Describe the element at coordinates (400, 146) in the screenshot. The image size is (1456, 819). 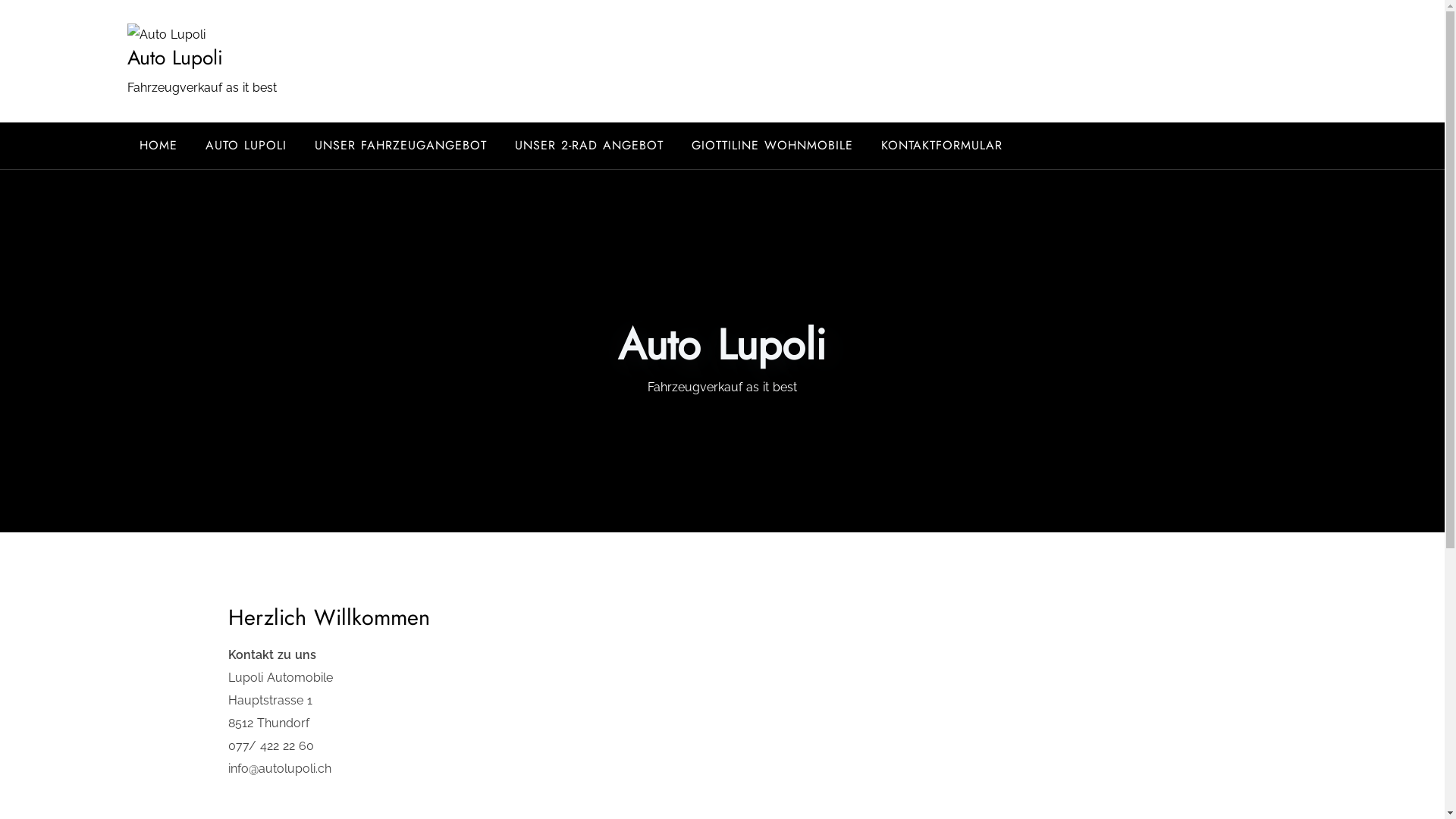
I see `'UNSER FAHRZEUGANGEBOT'` at that location.